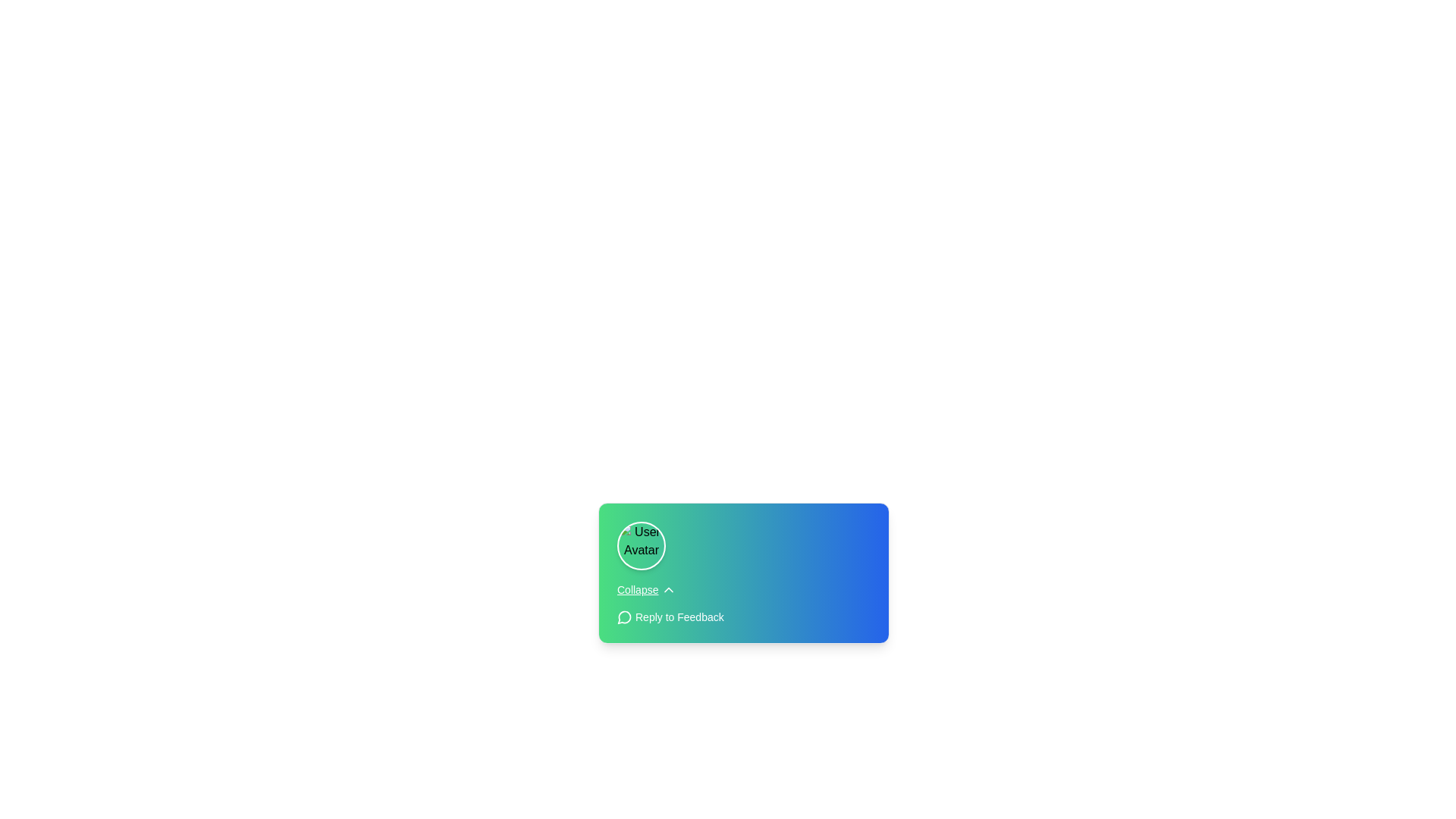  I want to click on the upward-facing chevron icon located immediately to the right of the 'Collapse' text label, so click(668, 589).